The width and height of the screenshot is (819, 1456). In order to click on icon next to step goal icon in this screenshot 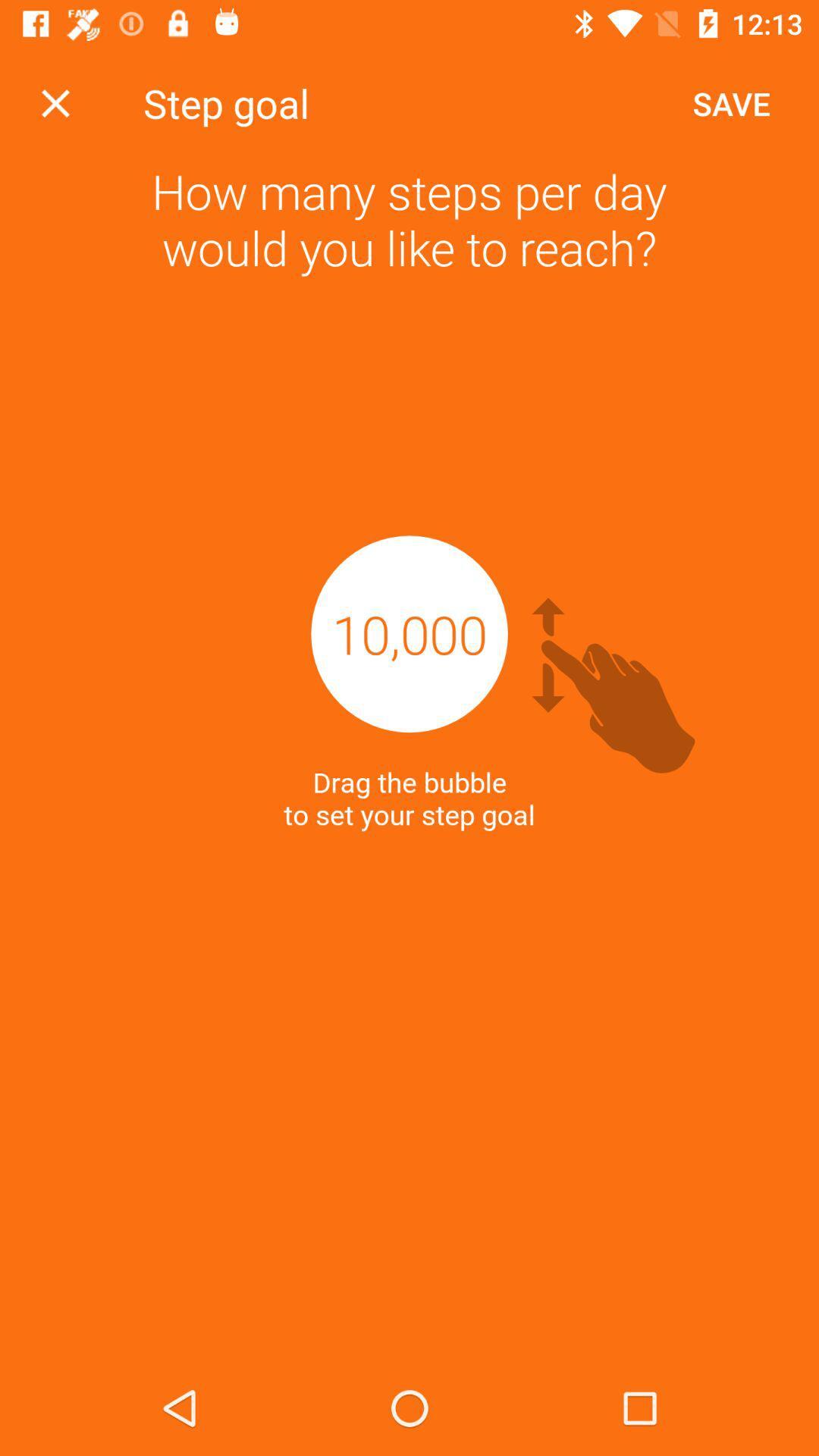, I will do `click(730, 102)`.